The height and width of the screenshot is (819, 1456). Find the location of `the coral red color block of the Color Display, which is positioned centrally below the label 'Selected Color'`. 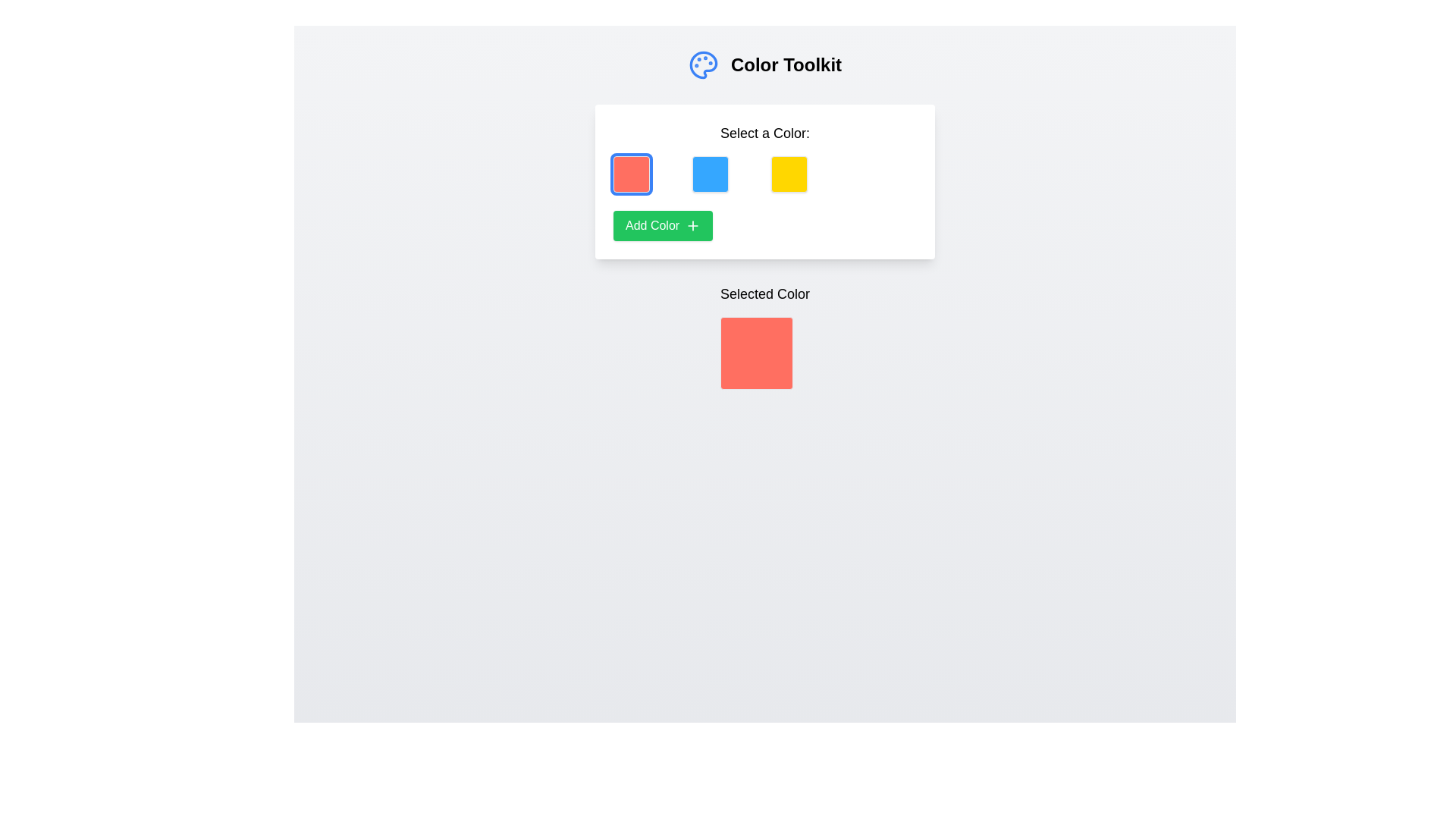

the coral red color block of the Color Display, which is positioned centrally below the label 'Selected Color' is located at coordinates (764, 335).